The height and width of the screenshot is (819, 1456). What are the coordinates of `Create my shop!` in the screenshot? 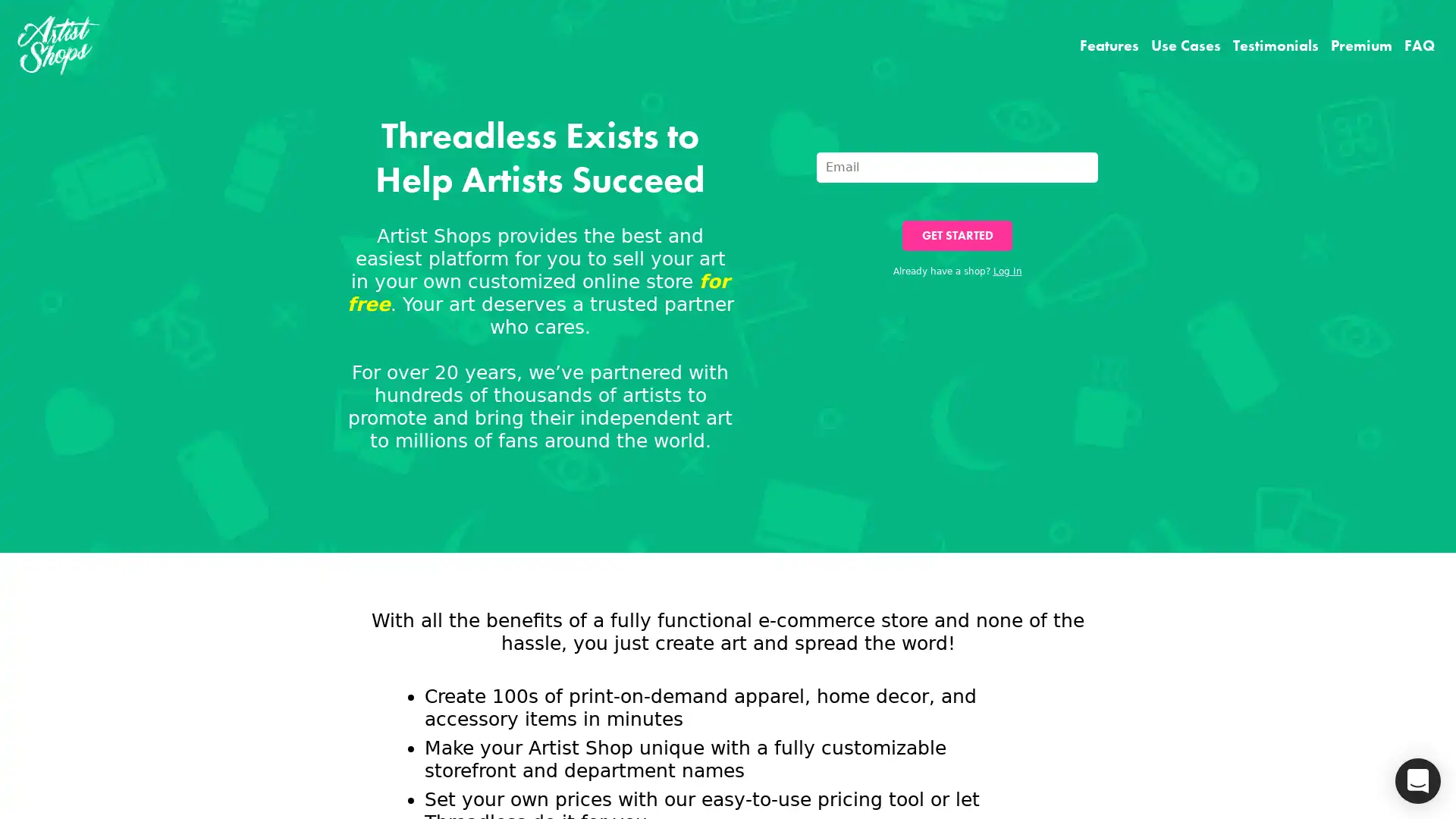 It's located at (874, 513).